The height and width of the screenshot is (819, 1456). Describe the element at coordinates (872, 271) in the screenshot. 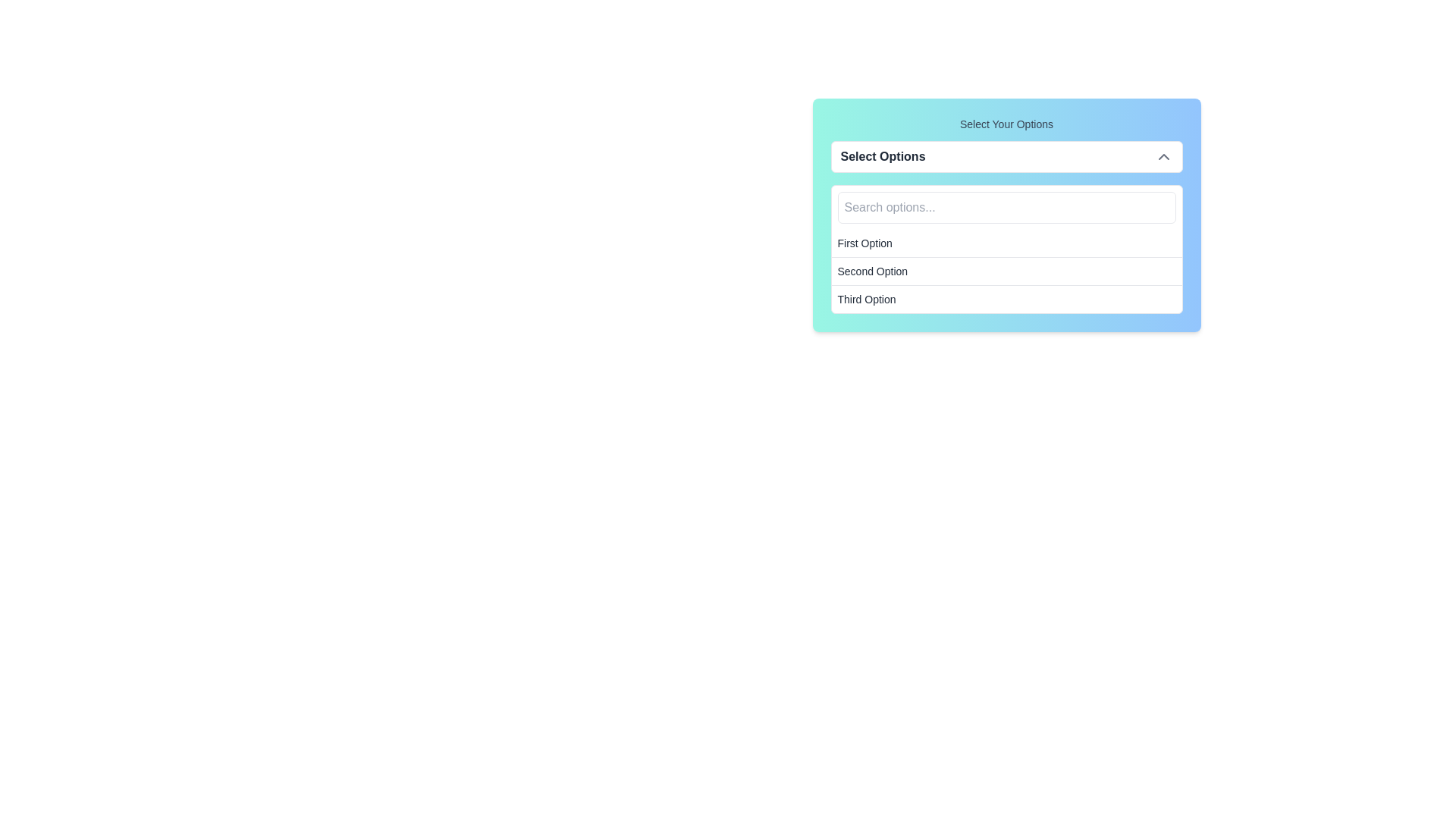

I see `text of the selectable option labeled 'Second Option' in the dropdown menu, which is positioned between 'First Option' and 'Third Option'` at that location.